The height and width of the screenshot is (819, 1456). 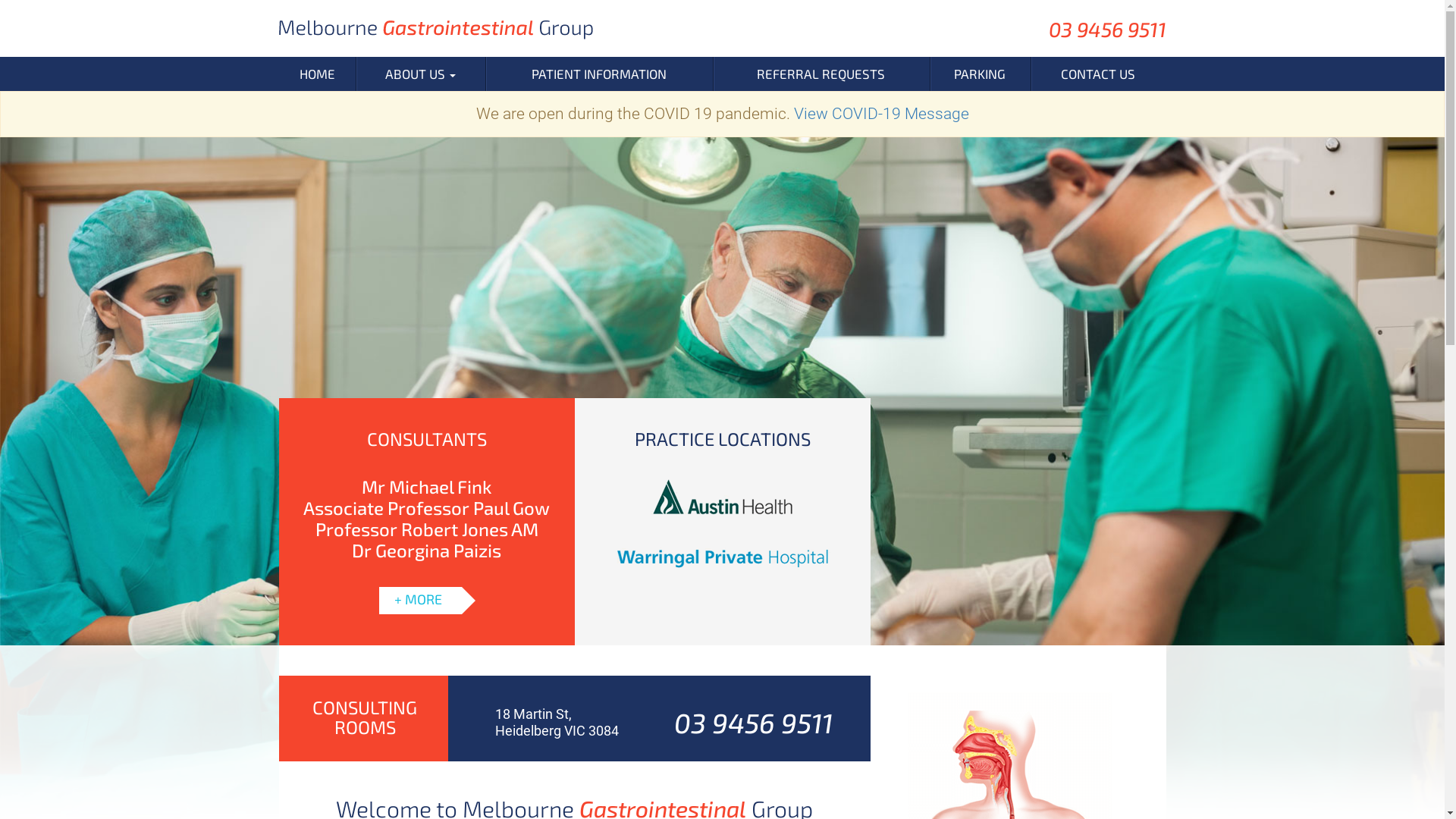 What do you see at coordinates (1098, 74) in the screenshot?
I see `'CONTACT US'` at bounding box center [1098, 74].